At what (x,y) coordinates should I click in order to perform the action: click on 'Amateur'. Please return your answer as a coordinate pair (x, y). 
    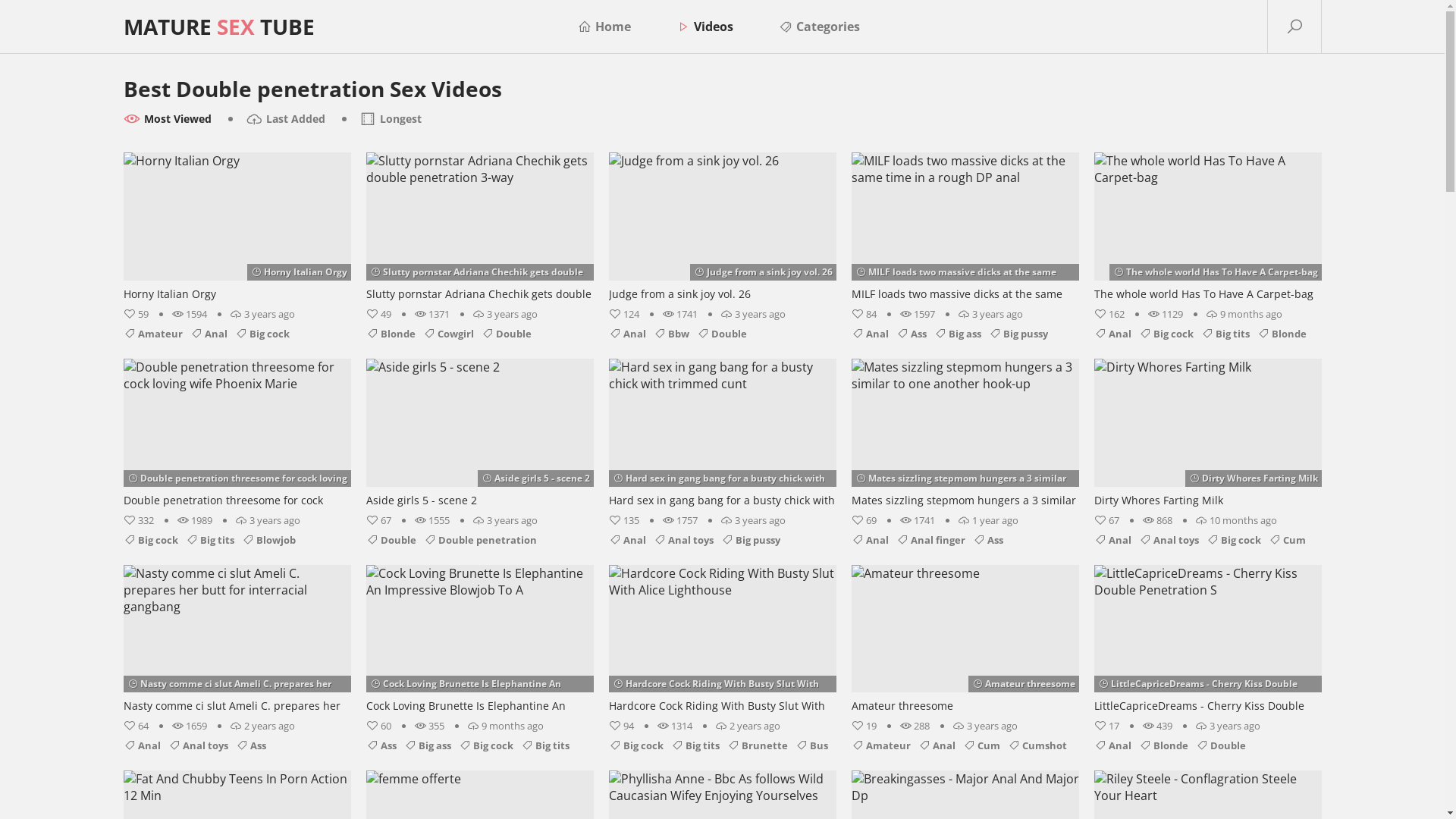
    Looking at the image, I should click on (123, 332).